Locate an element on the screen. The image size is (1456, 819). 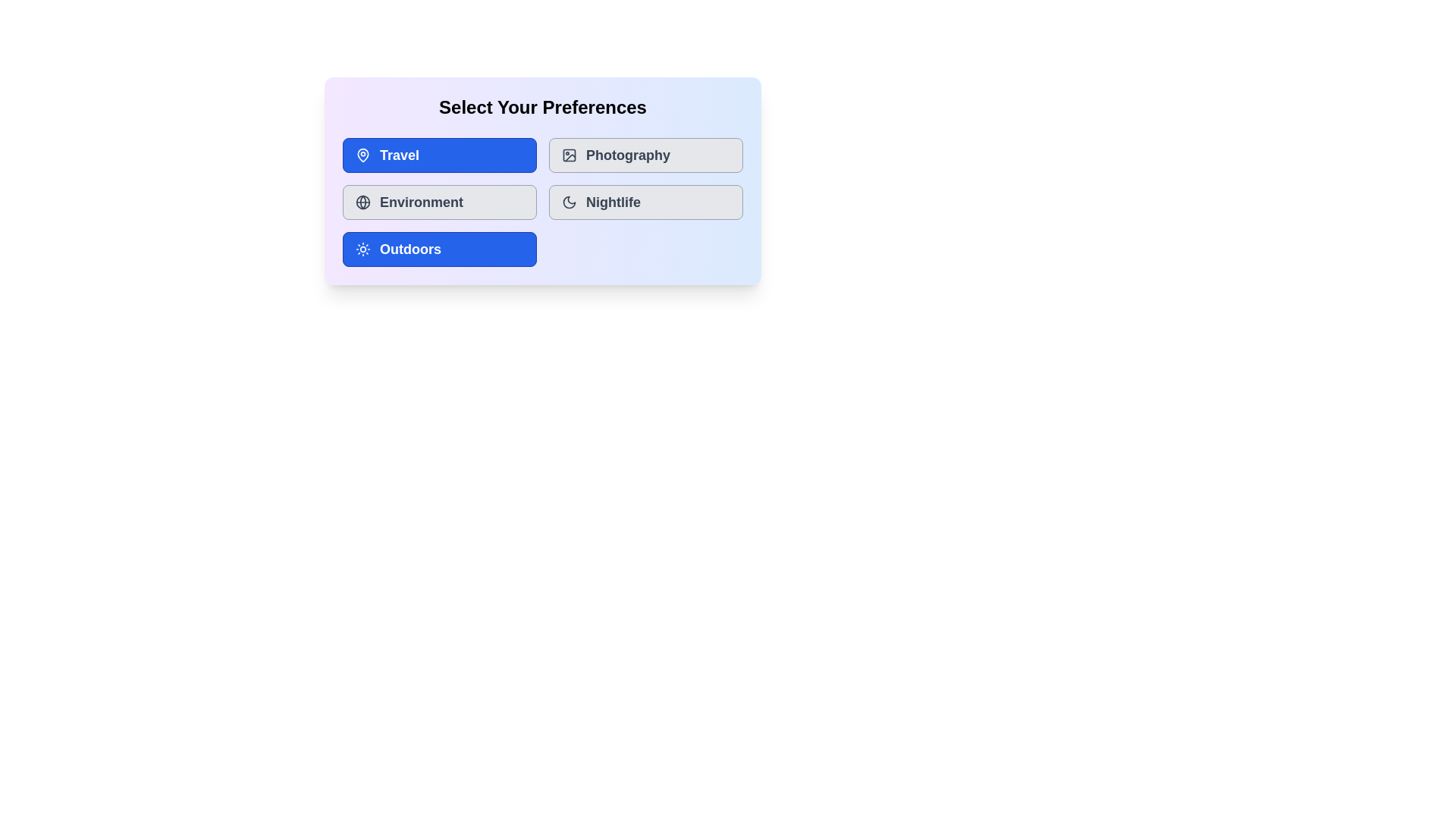
the category Outdoors is located at coordinates (439, 248).